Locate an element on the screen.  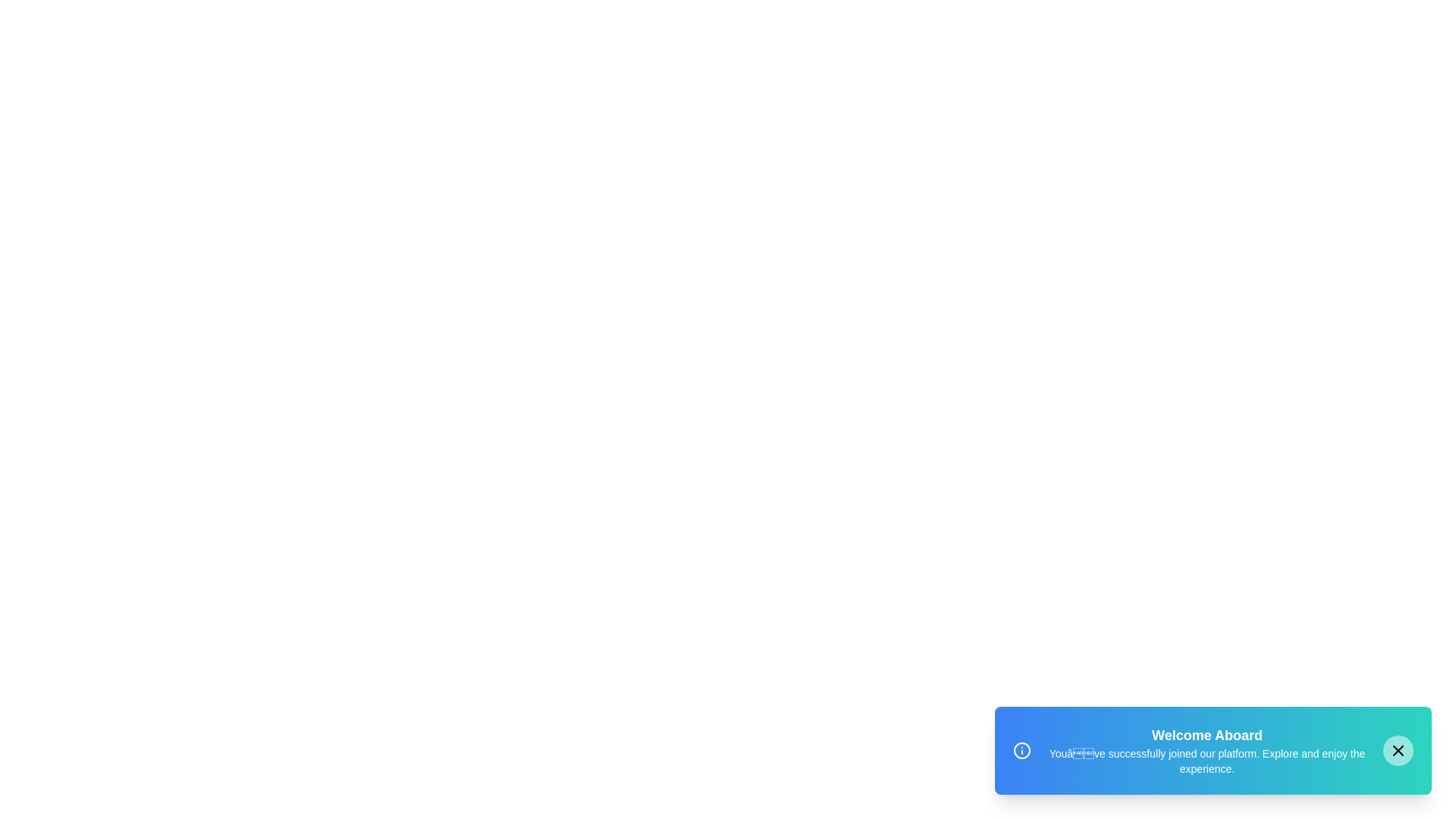
the information icon in the snackbar is located at coordinates (1022, 751).